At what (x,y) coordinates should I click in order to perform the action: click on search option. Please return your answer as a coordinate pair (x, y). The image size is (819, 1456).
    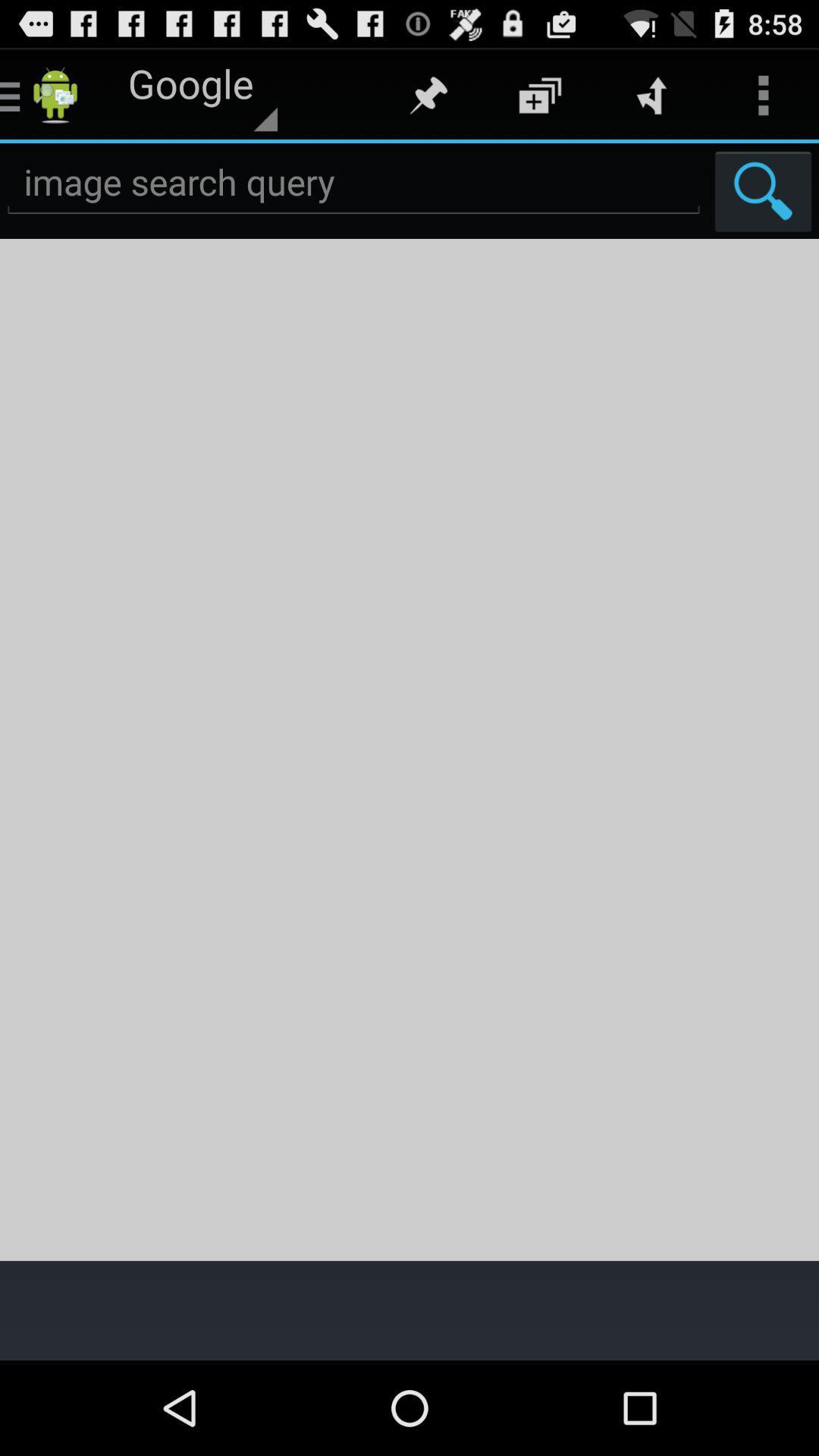
    Looking at the image, I should click on (353, 182).